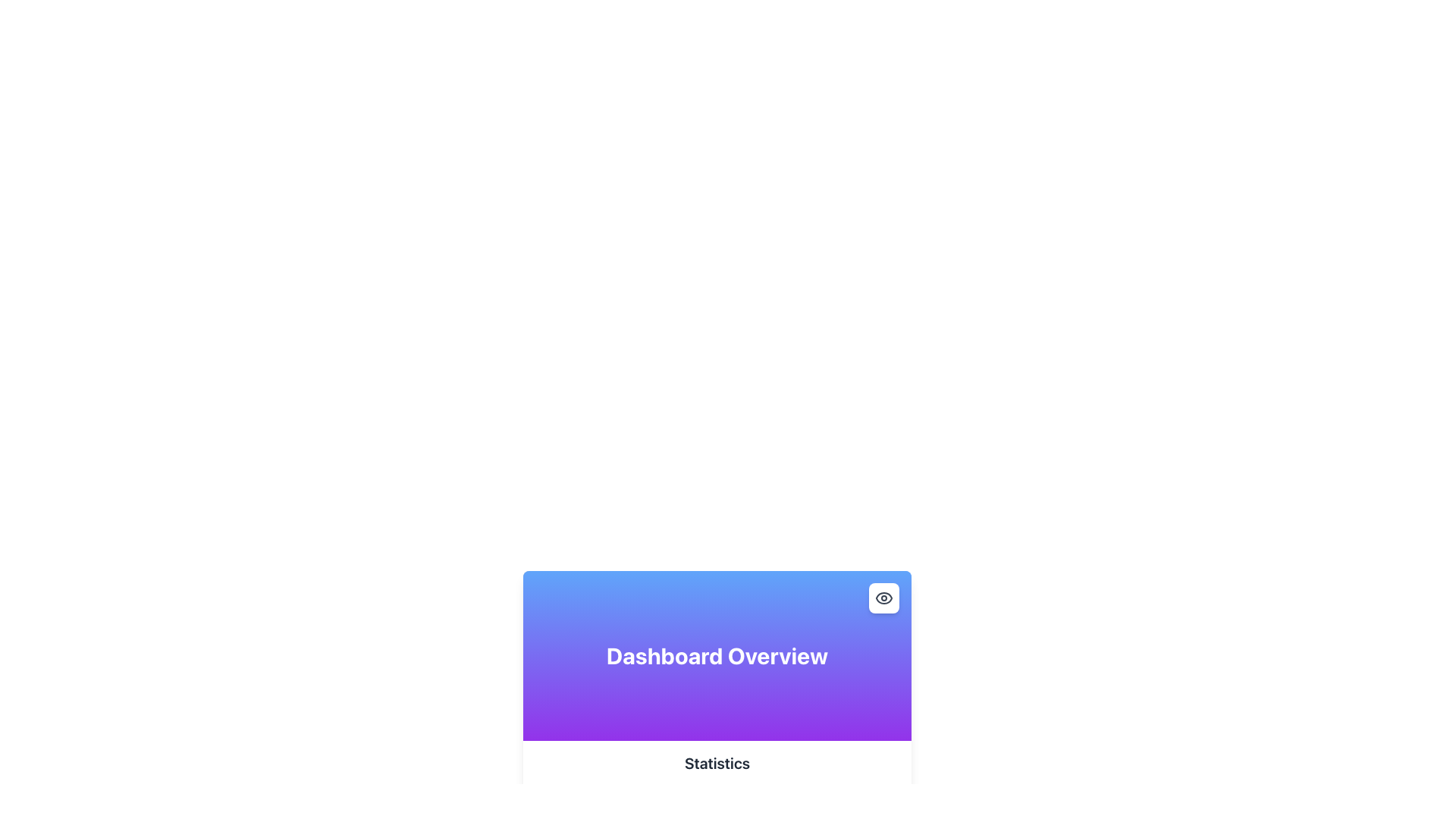 The width and height of the screenshot is (1456, 819). Describe the element at coordinates (716, 654) in the screenshot. I see `the header text labeled 'Dashboard Overview', which is prominently displayed in white on a gradient background transitioning from blue to purple` at that location.